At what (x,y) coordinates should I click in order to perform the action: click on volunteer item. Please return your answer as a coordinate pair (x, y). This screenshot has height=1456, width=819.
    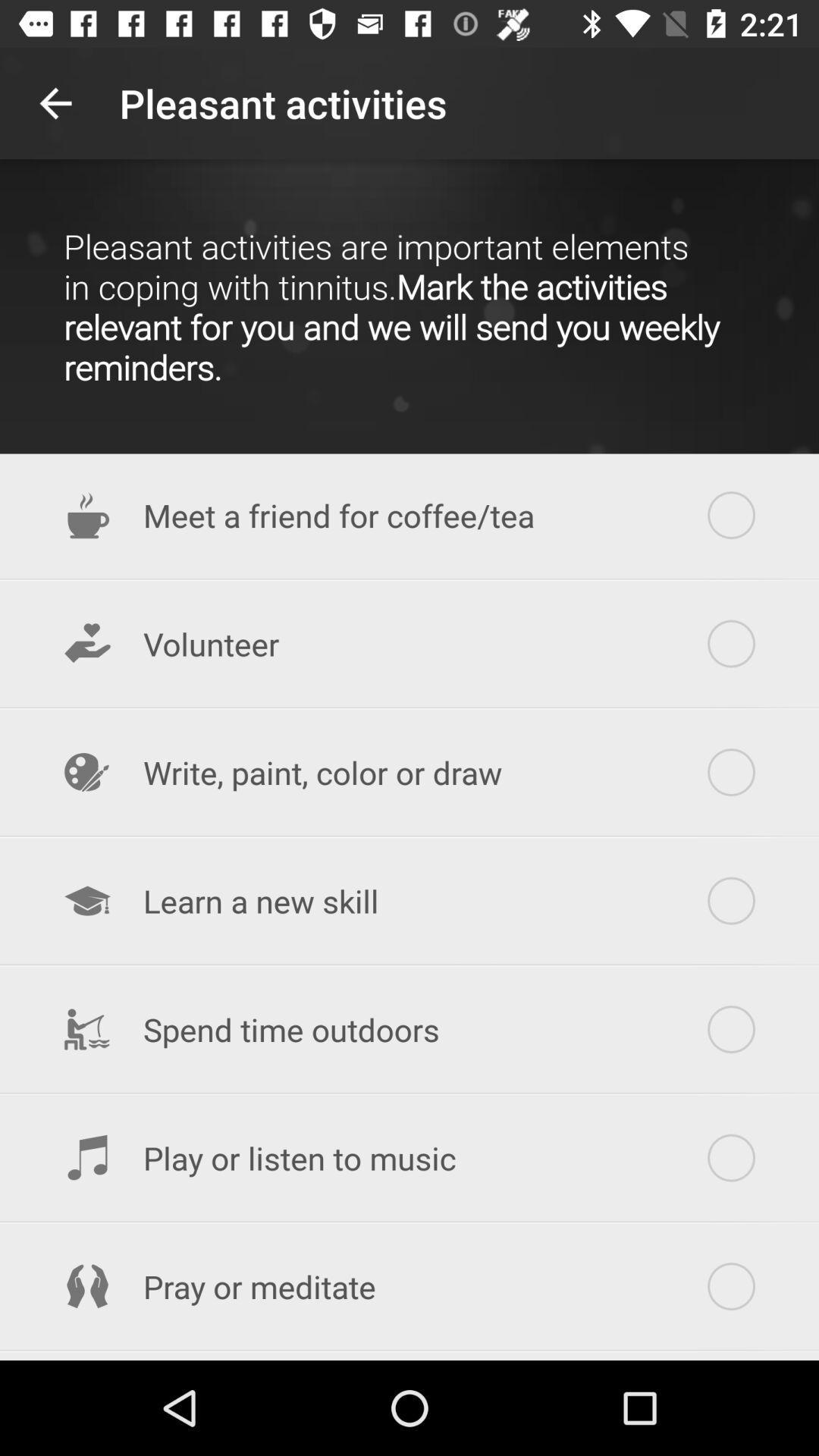
    Looking at the image, I should click on (409, 644).